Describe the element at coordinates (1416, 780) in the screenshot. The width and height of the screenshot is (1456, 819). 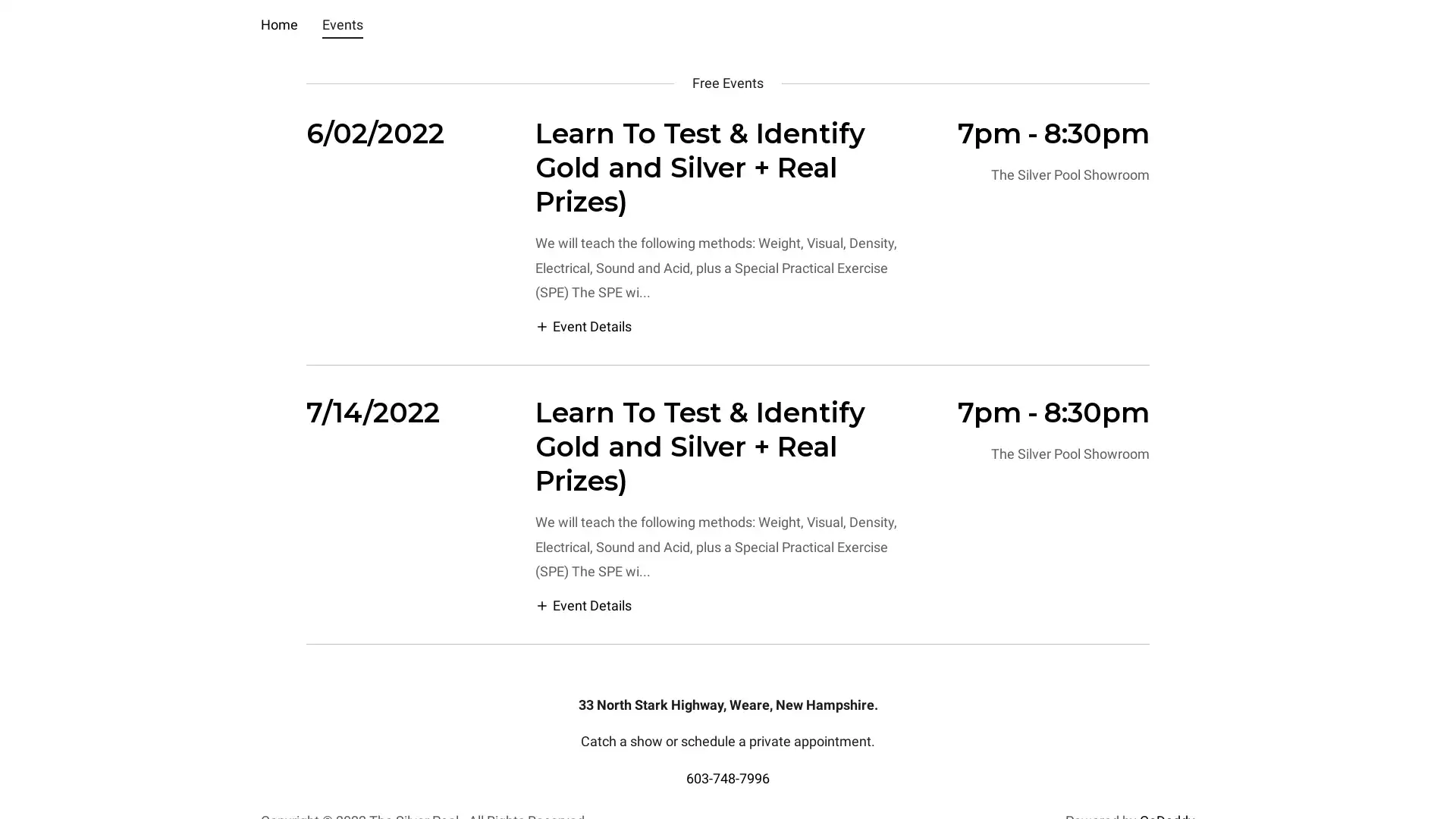
I see `Chat widget toggle` at that location.